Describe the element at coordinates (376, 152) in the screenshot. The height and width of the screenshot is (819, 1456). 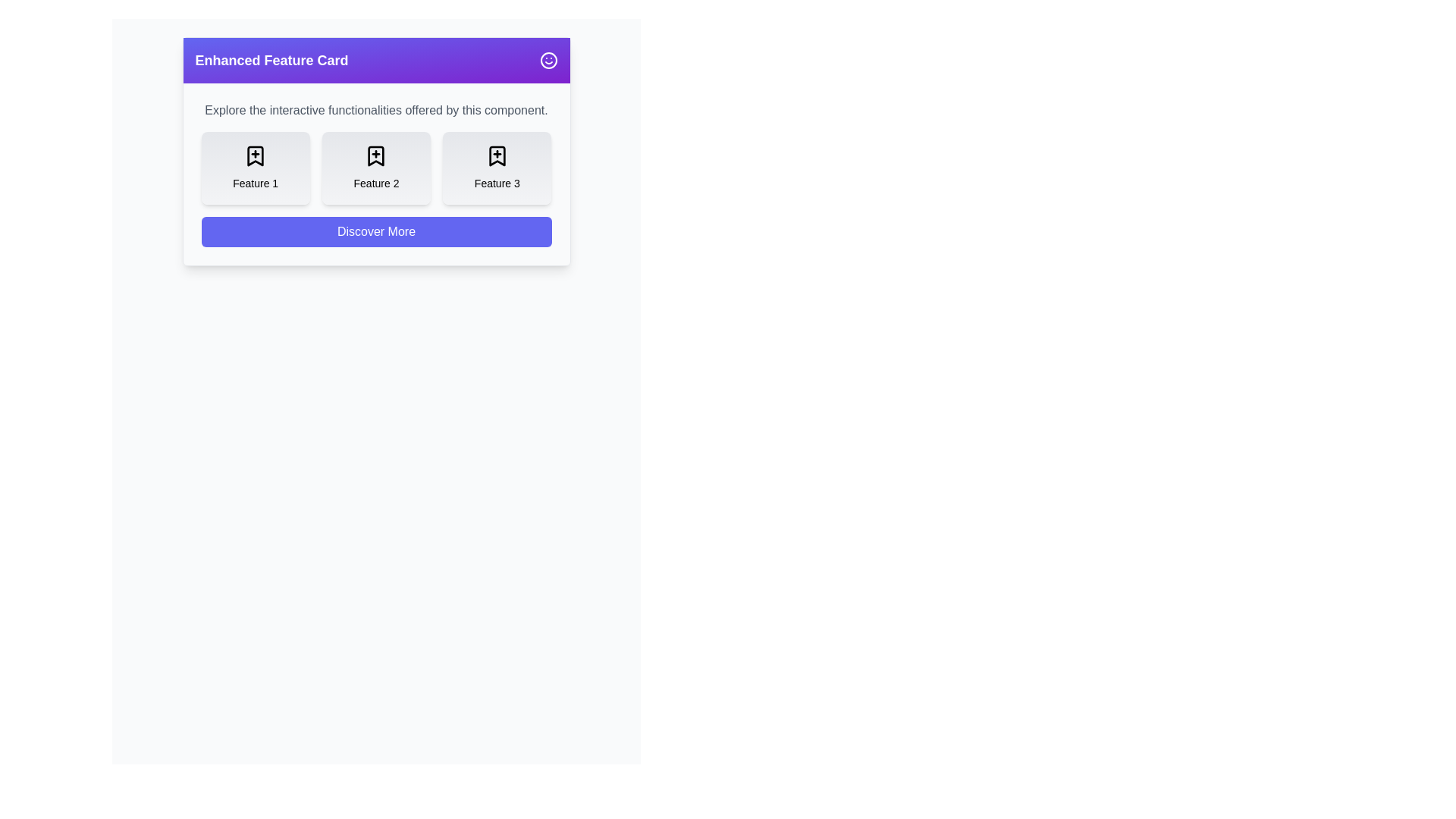
I see `the Content Panel that presents a collection of features and provides a call-to-action link for further information` at that location.